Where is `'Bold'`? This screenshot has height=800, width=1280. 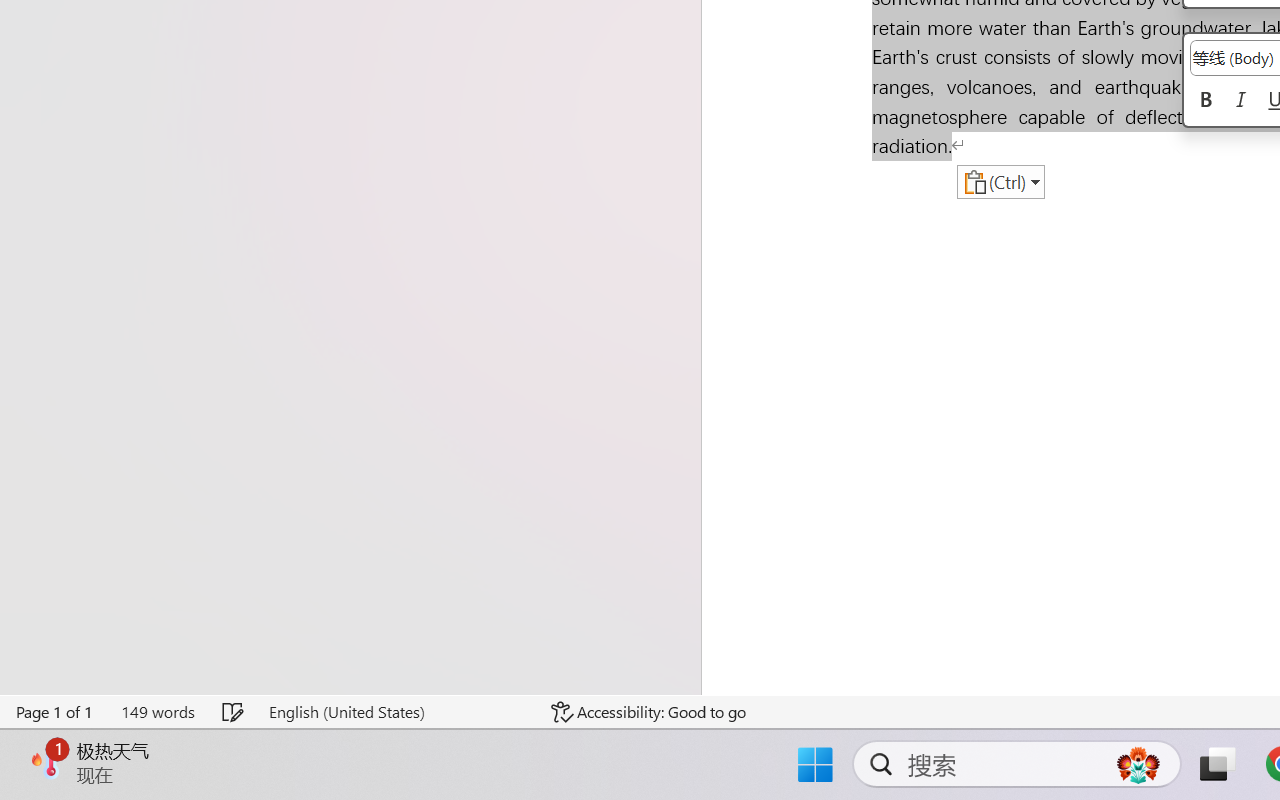
'Bold' is located at coordinates (1205, 100).